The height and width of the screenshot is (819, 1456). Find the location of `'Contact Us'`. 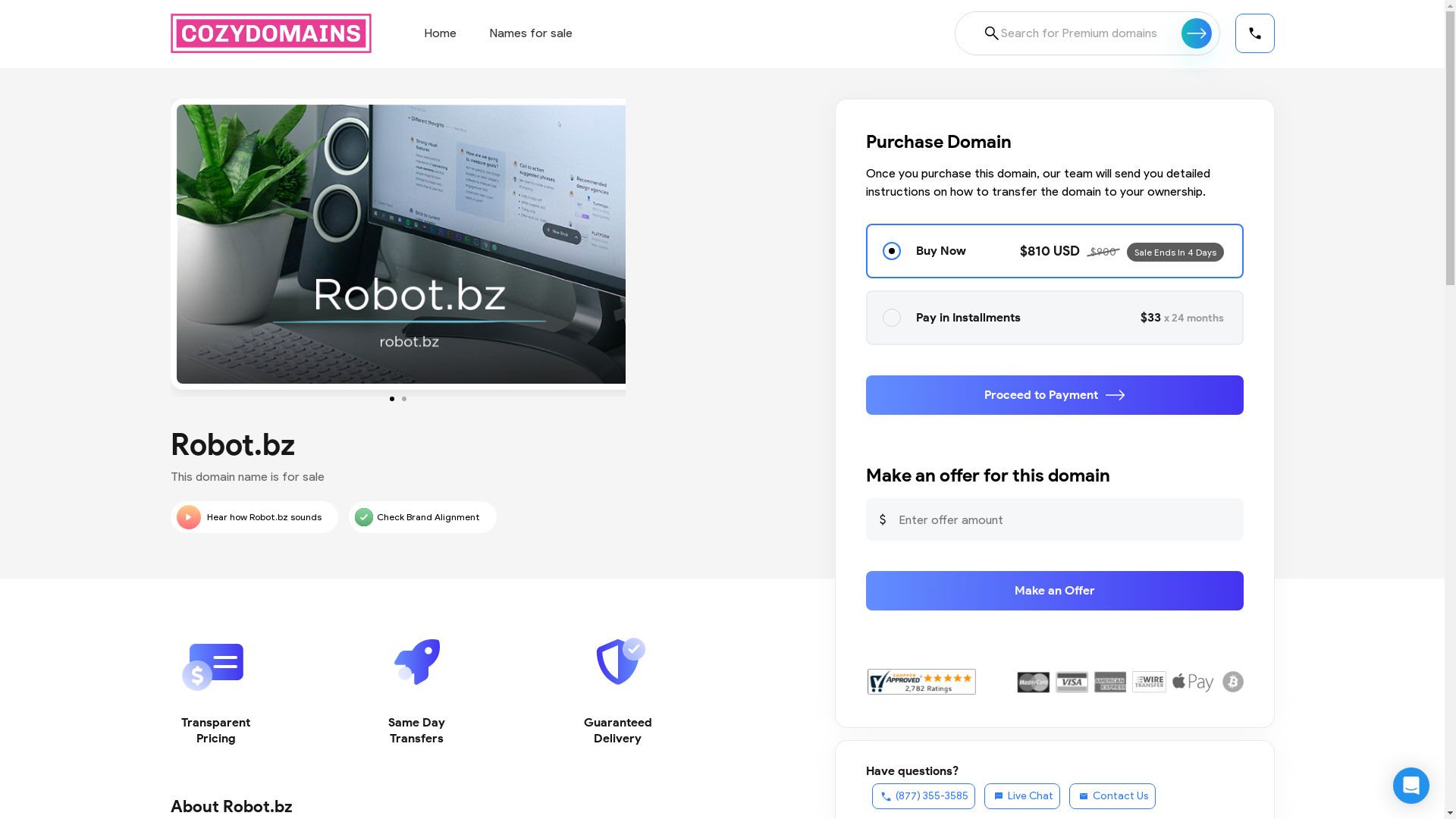

'Contact Us' is located at coordinates (1112, 795).